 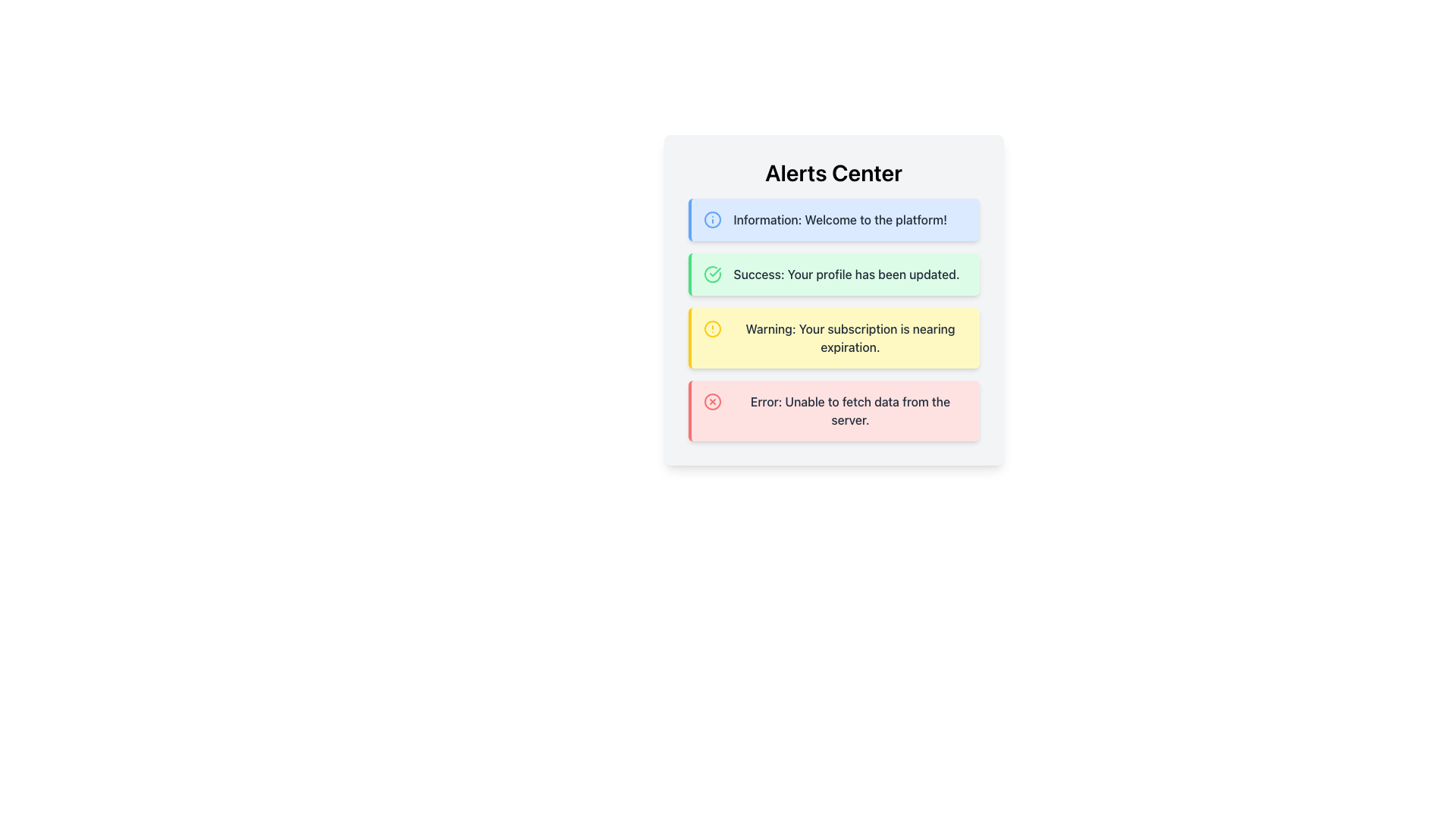 I want to click on the informational icon located in the first row under the 'Alerts Center' title, positioned to the left of the blue informational text box, so click(x=711, y=219).